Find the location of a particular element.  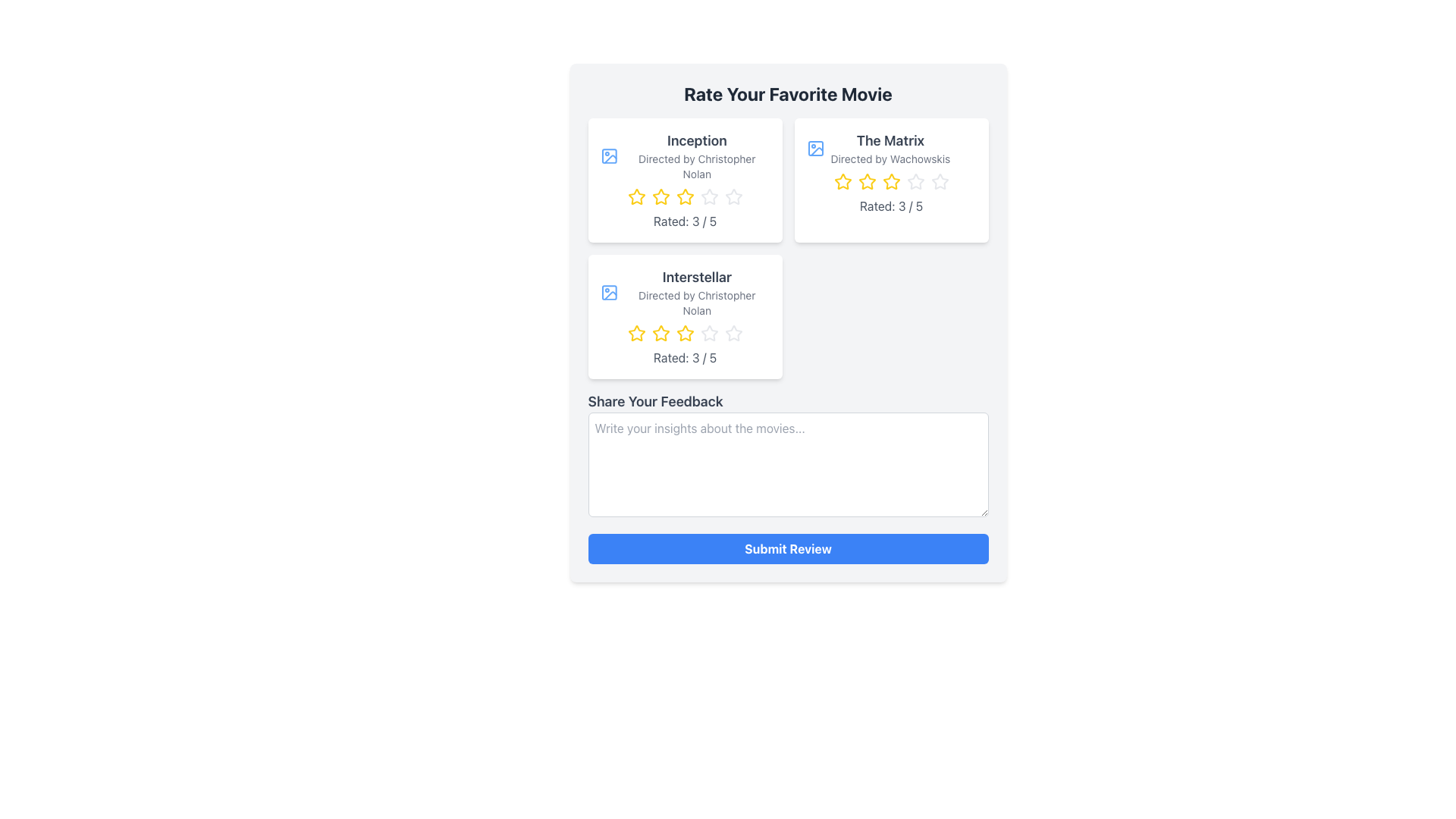

the third star icon is located at coordinates (683, 332).